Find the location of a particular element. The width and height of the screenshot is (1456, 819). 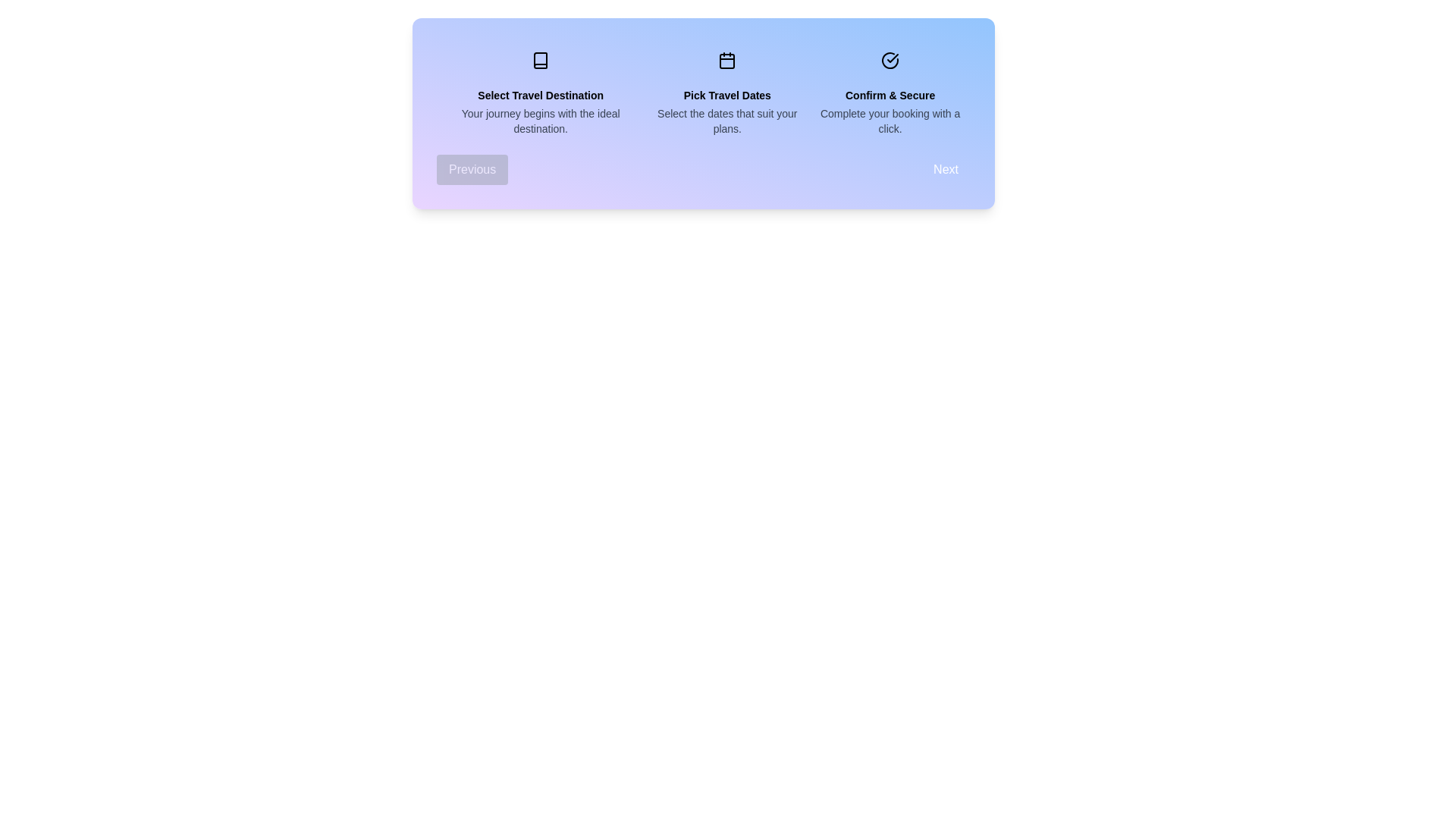

the Previous button to navigate is located at coordinates (472, 169).